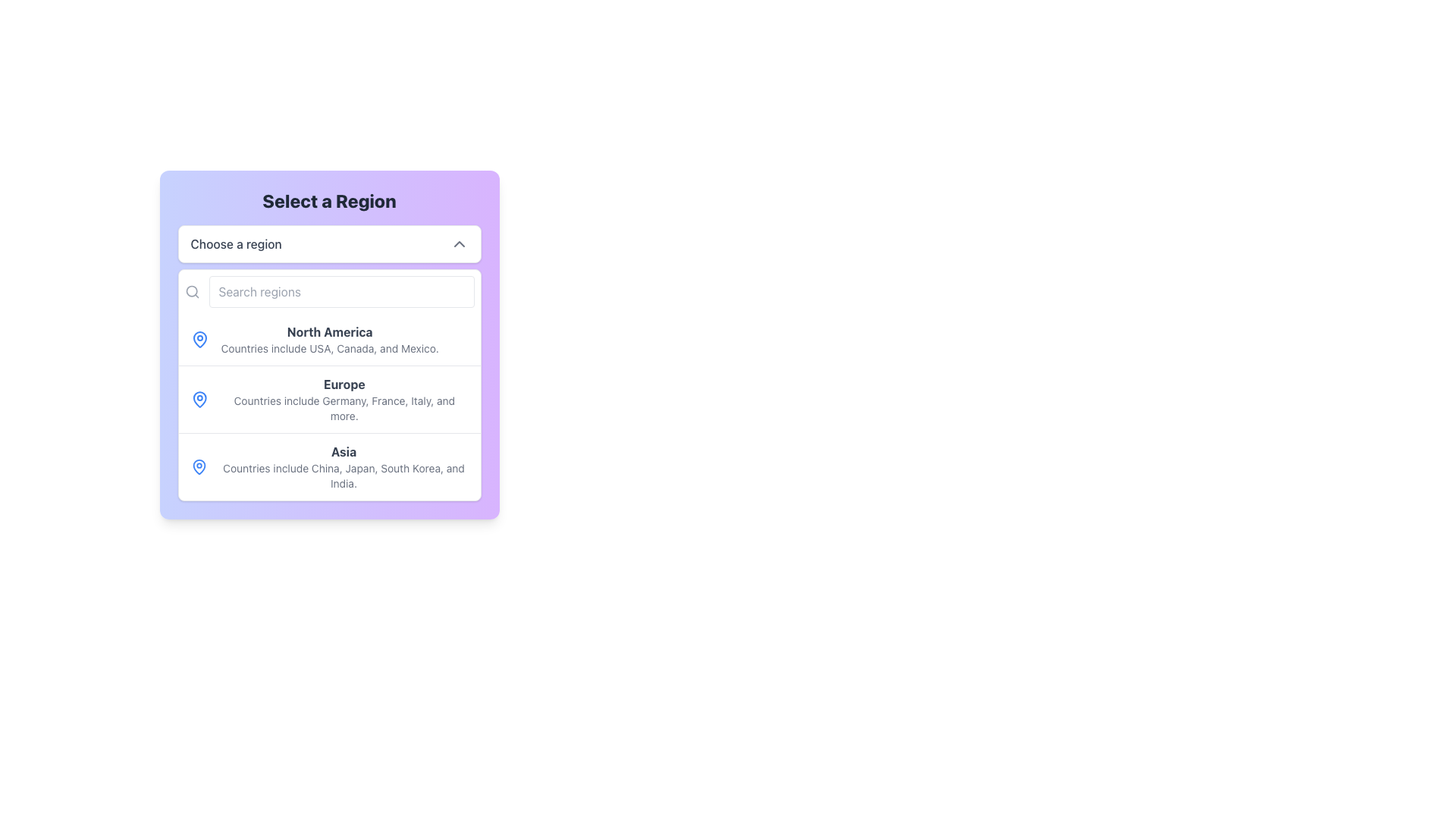 This screenshot has height=819, width=1456. I want to click on the third list item in the dropdown menu under 'Select a Region', so click(328, 466).